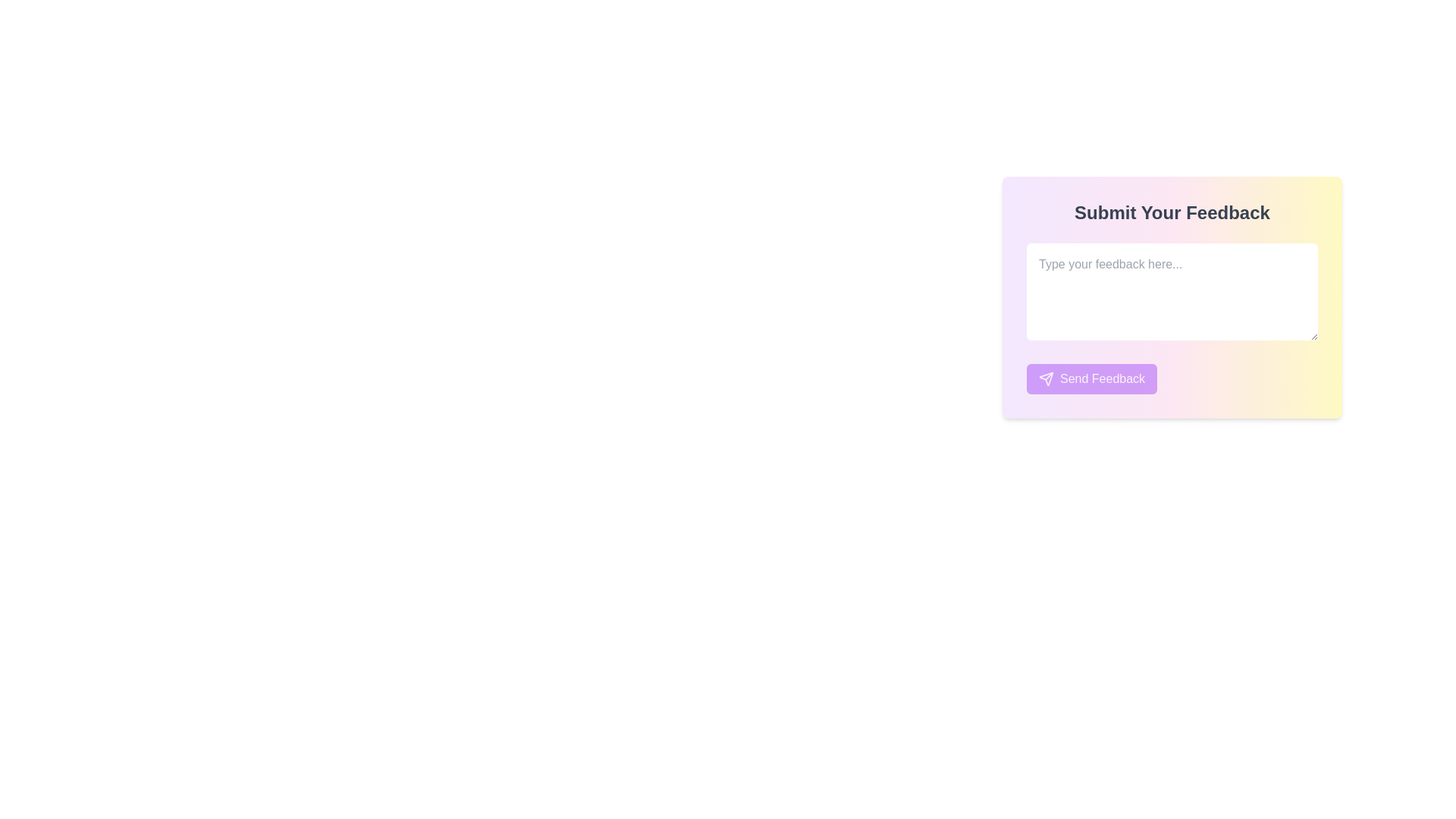  Describe the element at coordinates (1103, 378) in the screenshot. I see `text displayed on the 'Send Feedback' button, which is styled in bold white font on a purple background` at that location.